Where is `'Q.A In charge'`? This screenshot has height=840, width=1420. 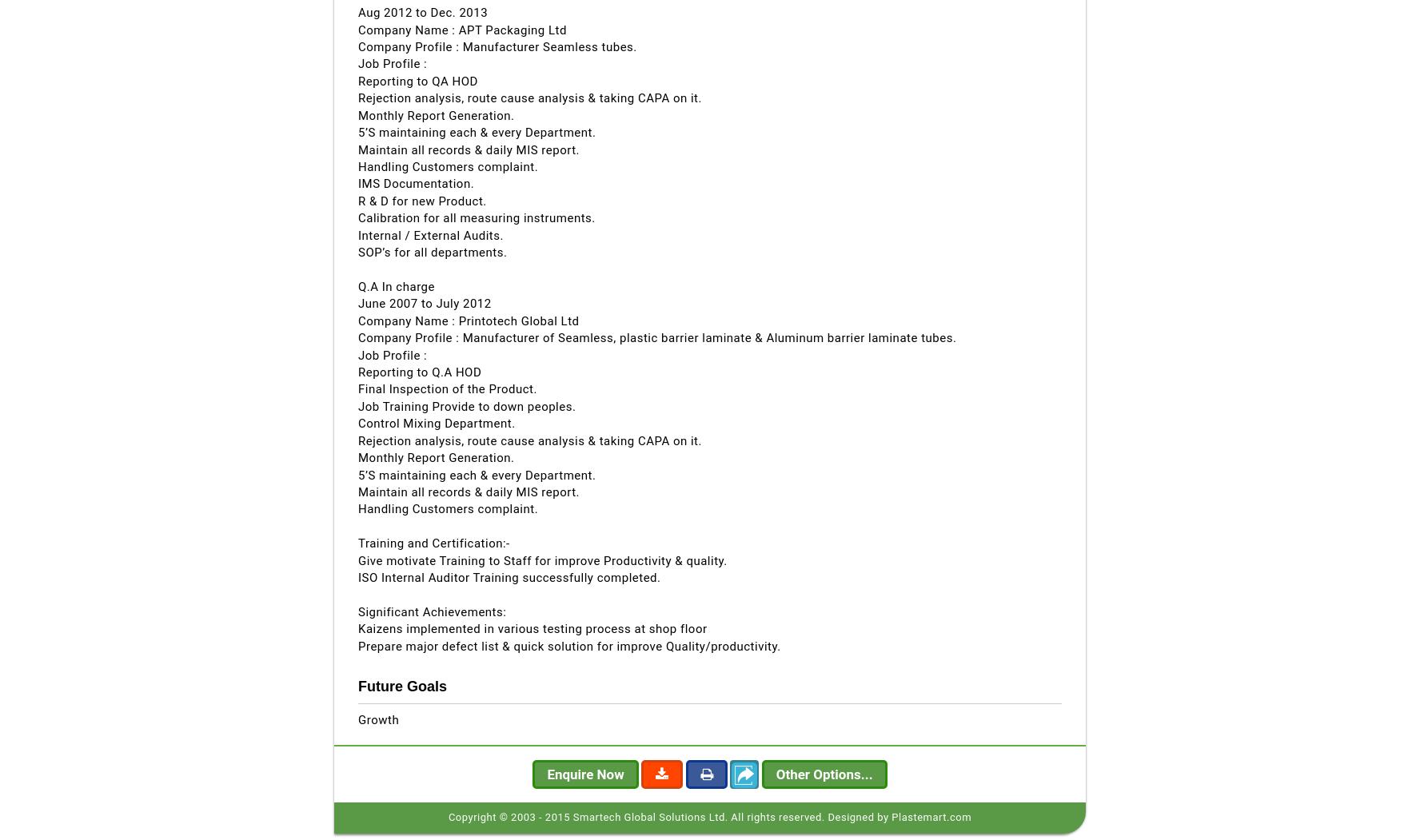
'Q.A In charge' is located at coordinates (395, 285).